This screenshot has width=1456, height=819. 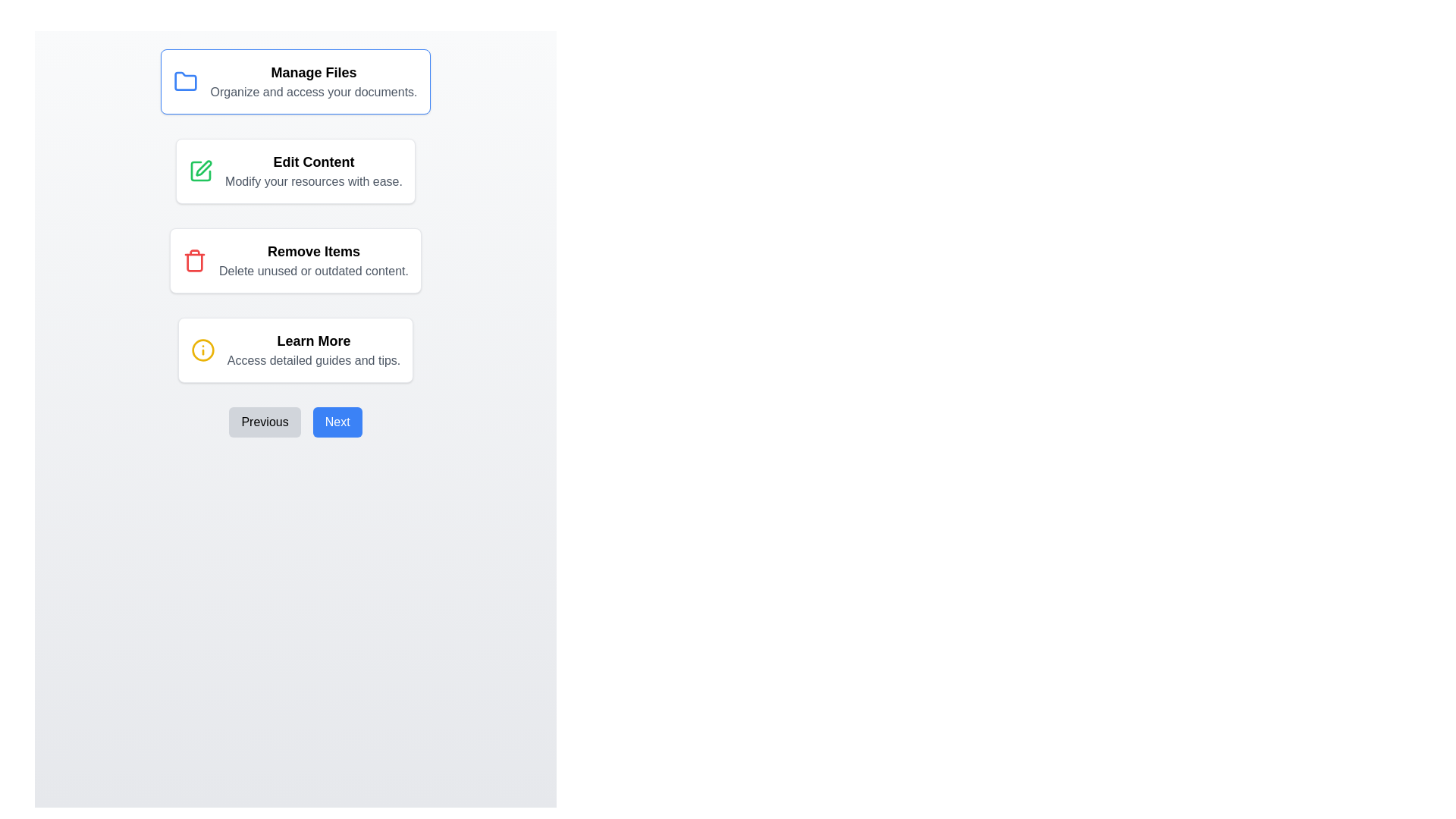 What do you see at coordinates (200, 171) in the screenshot?
I see `the green-outline pen icon located in the 'Edit Content' section` at bounding box center [200, 171].